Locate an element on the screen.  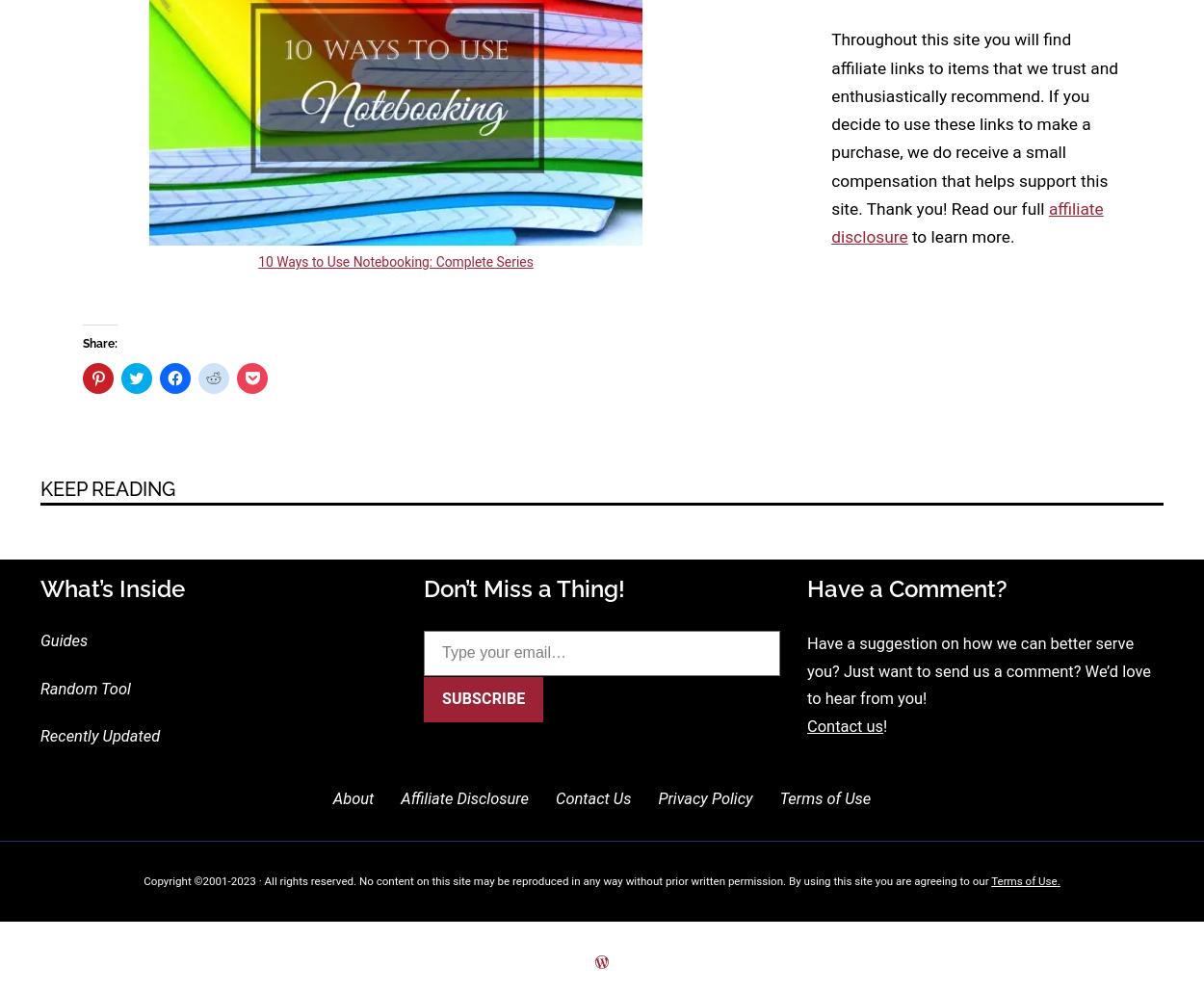
'Copyright ©2001-2023 · All rights reserved. No content on this site may be reproduced in any way without prior written permission. By using this site you are agreeing to our' is located at coordinates (566, 879).